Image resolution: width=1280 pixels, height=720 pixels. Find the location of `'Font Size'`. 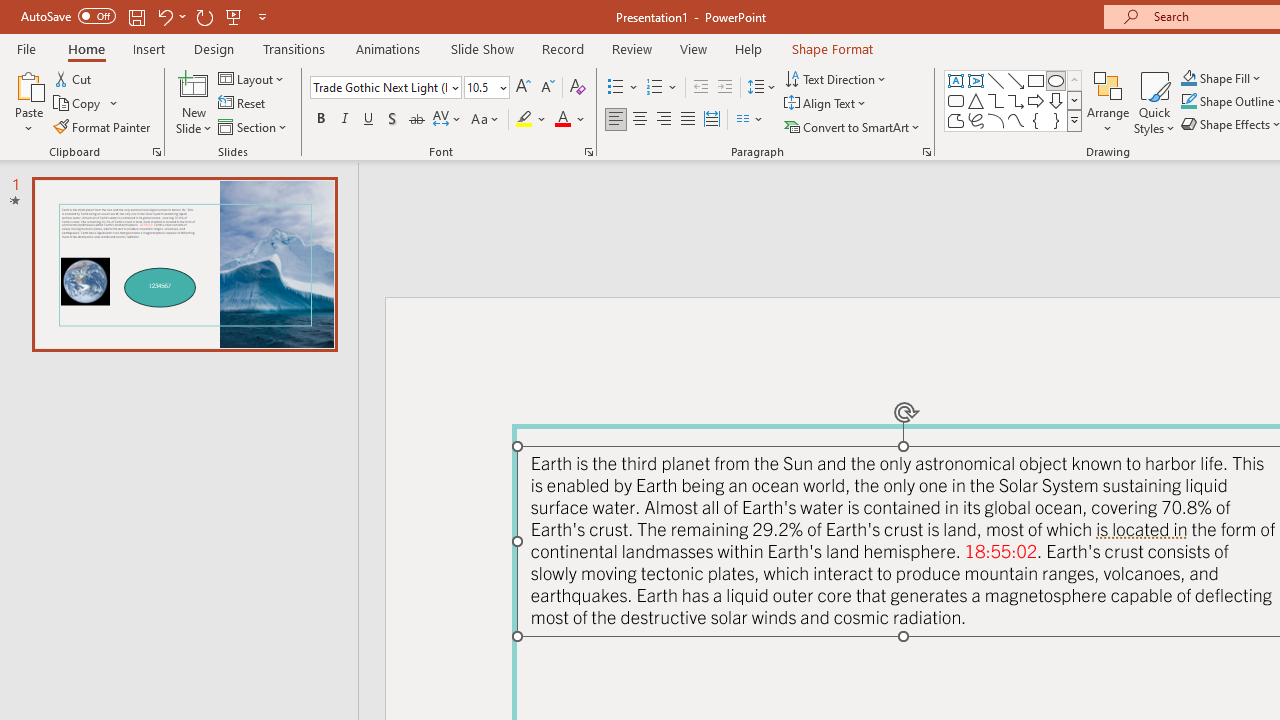

'Font Size' is located at coordinates (480, 86).